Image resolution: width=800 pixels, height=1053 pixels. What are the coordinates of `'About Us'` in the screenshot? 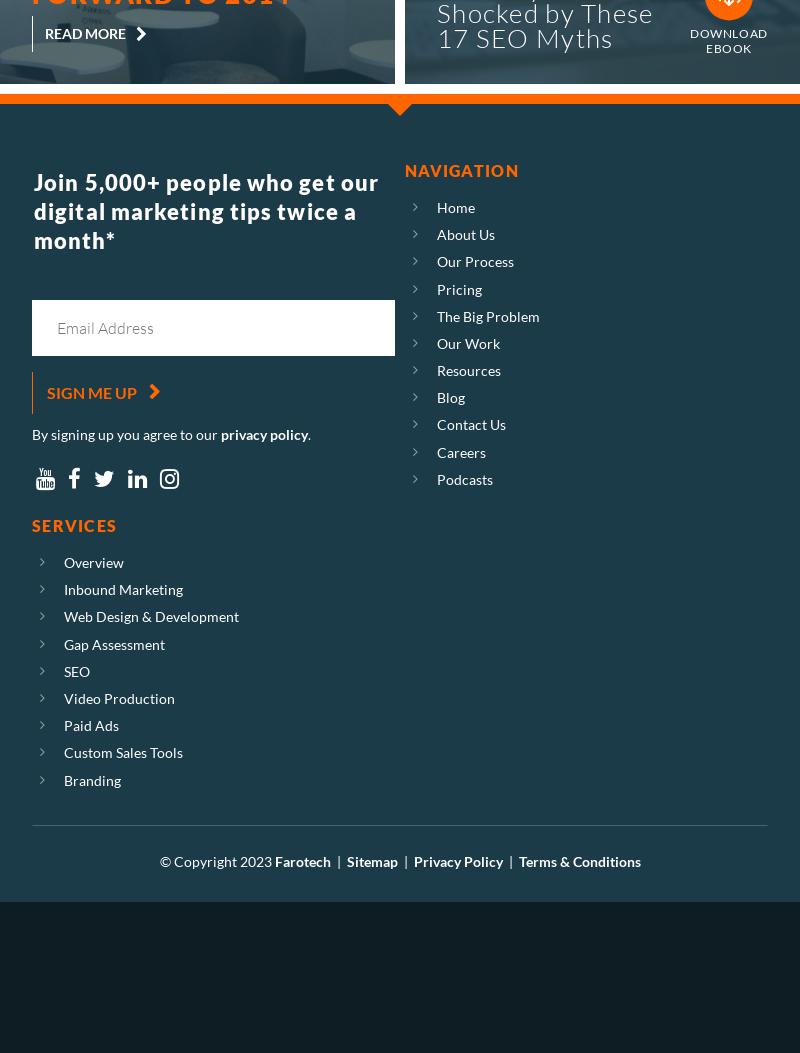 It's located at (465, 234).